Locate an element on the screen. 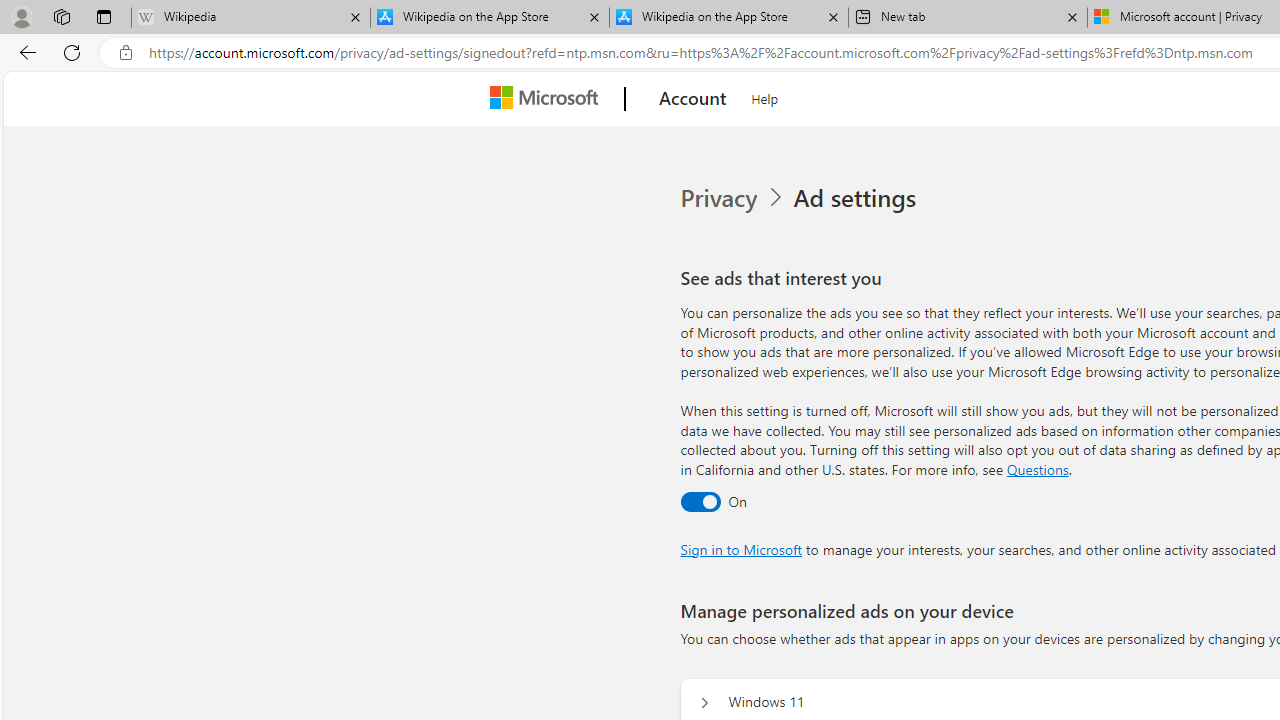  'Account' is located at coordinates (693, 99).